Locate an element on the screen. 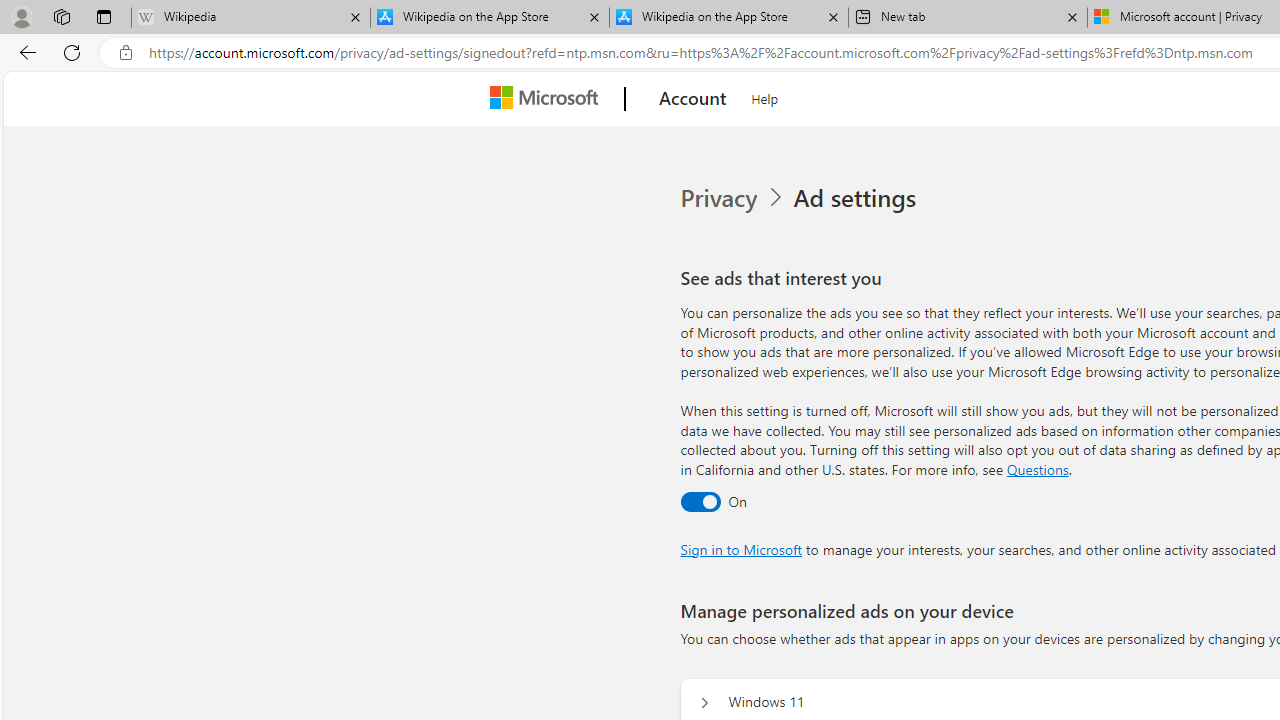  'Account' is located at coordinates (693, 99).